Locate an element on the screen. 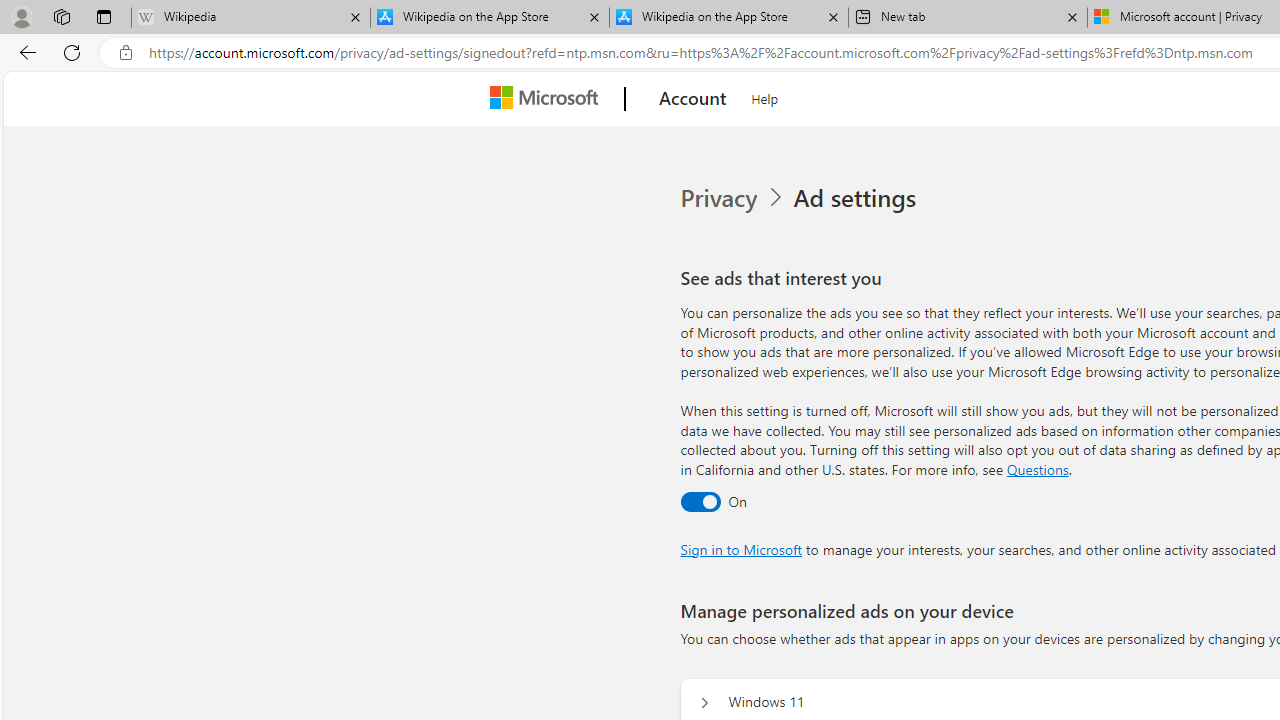  'Account' is located at coordinates (693, 99).